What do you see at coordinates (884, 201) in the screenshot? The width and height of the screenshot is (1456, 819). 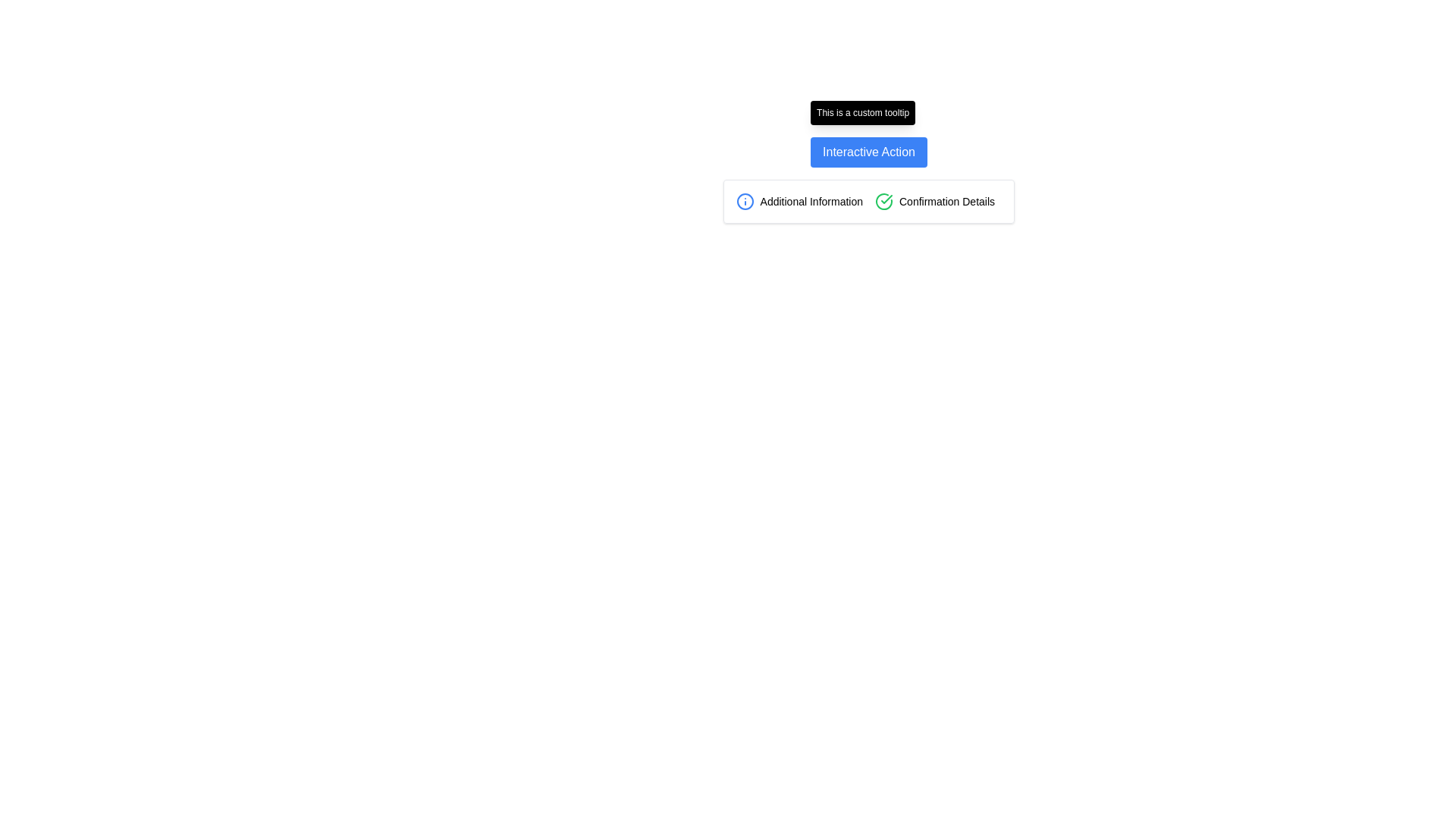 I see `the green circular icon representing a confirmation indicator, which is located to the right of the 'Confirmation Details' segment` at bounding box center [884, 201].